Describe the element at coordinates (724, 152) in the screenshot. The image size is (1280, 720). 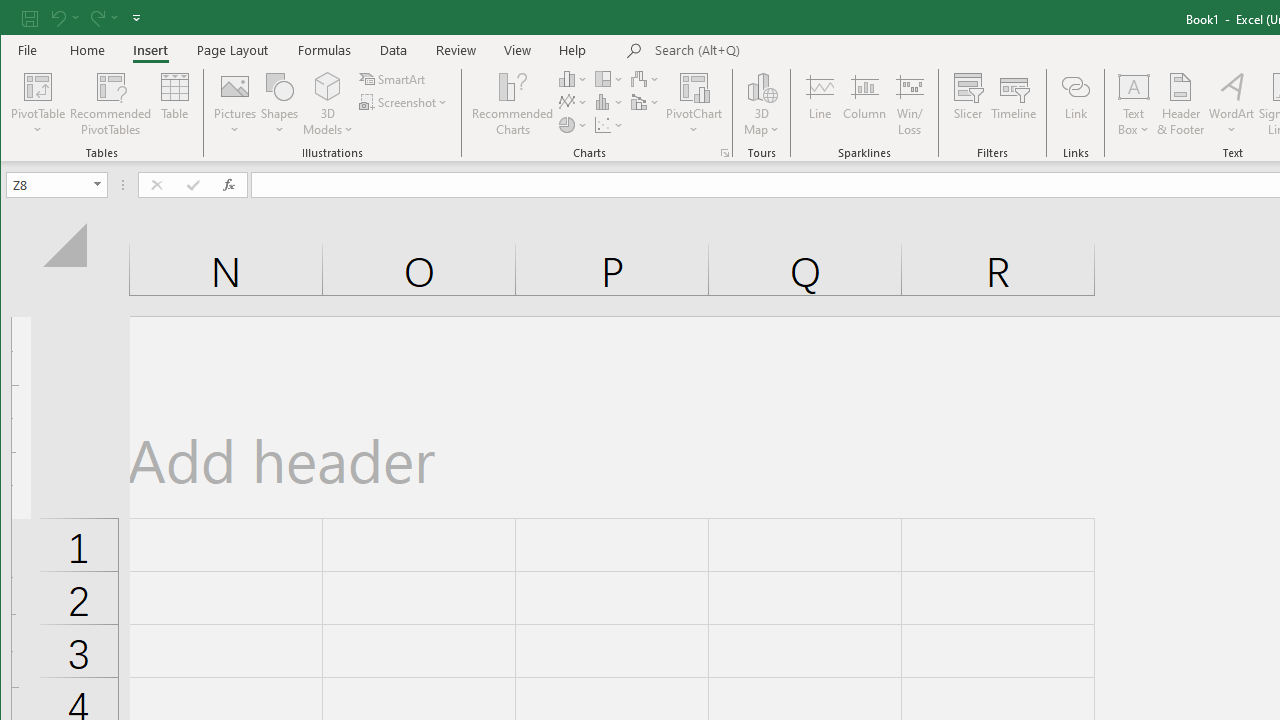
I see `'Recommended Charts'` at that location.